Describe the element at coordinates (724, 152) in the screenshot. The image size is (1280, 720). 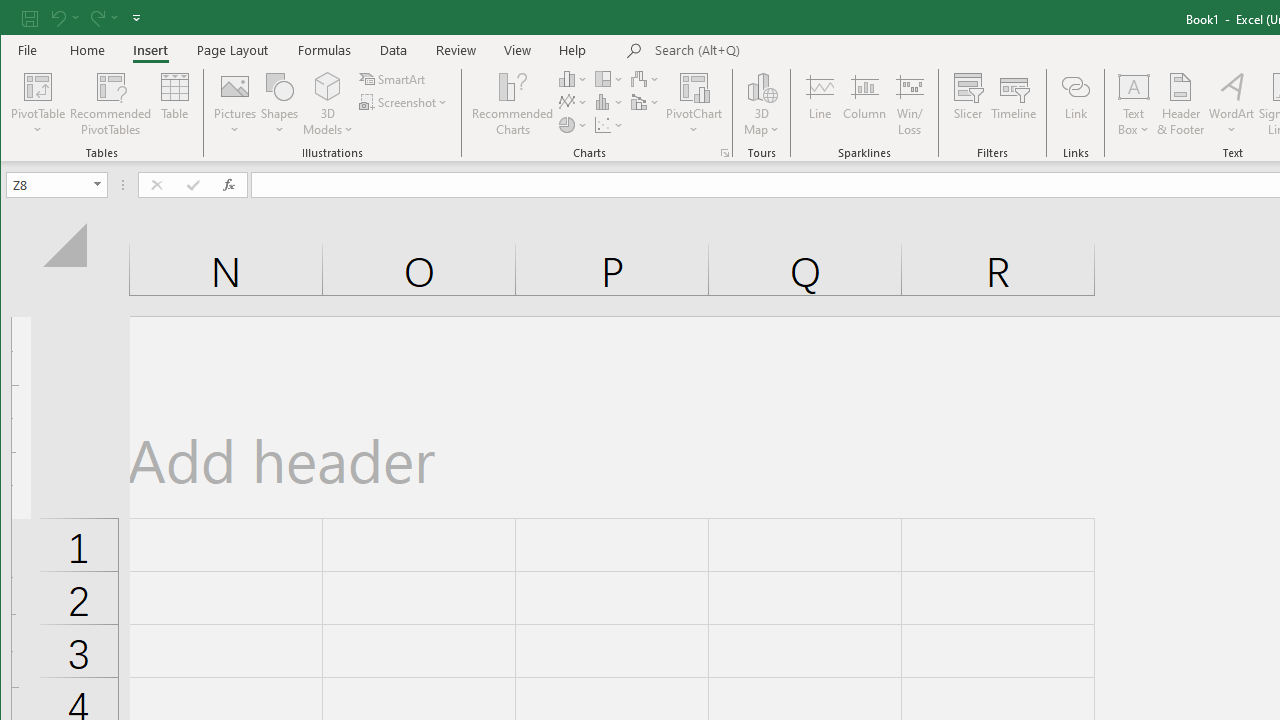
I see `'Recommended Charts'` at that location.